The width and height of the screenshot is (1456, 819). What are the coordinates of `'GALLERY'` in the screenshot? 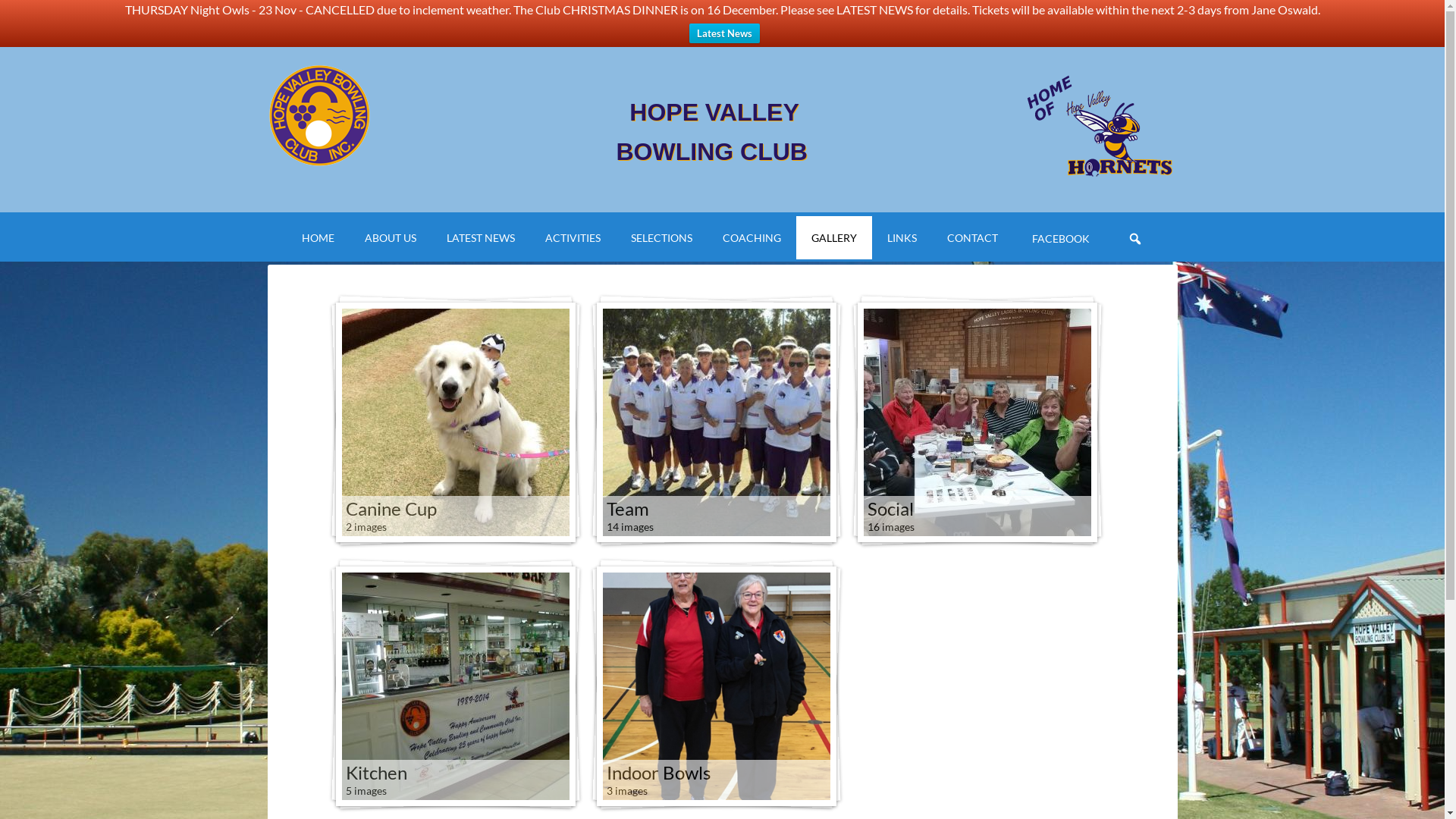 It's located at (833, 237).